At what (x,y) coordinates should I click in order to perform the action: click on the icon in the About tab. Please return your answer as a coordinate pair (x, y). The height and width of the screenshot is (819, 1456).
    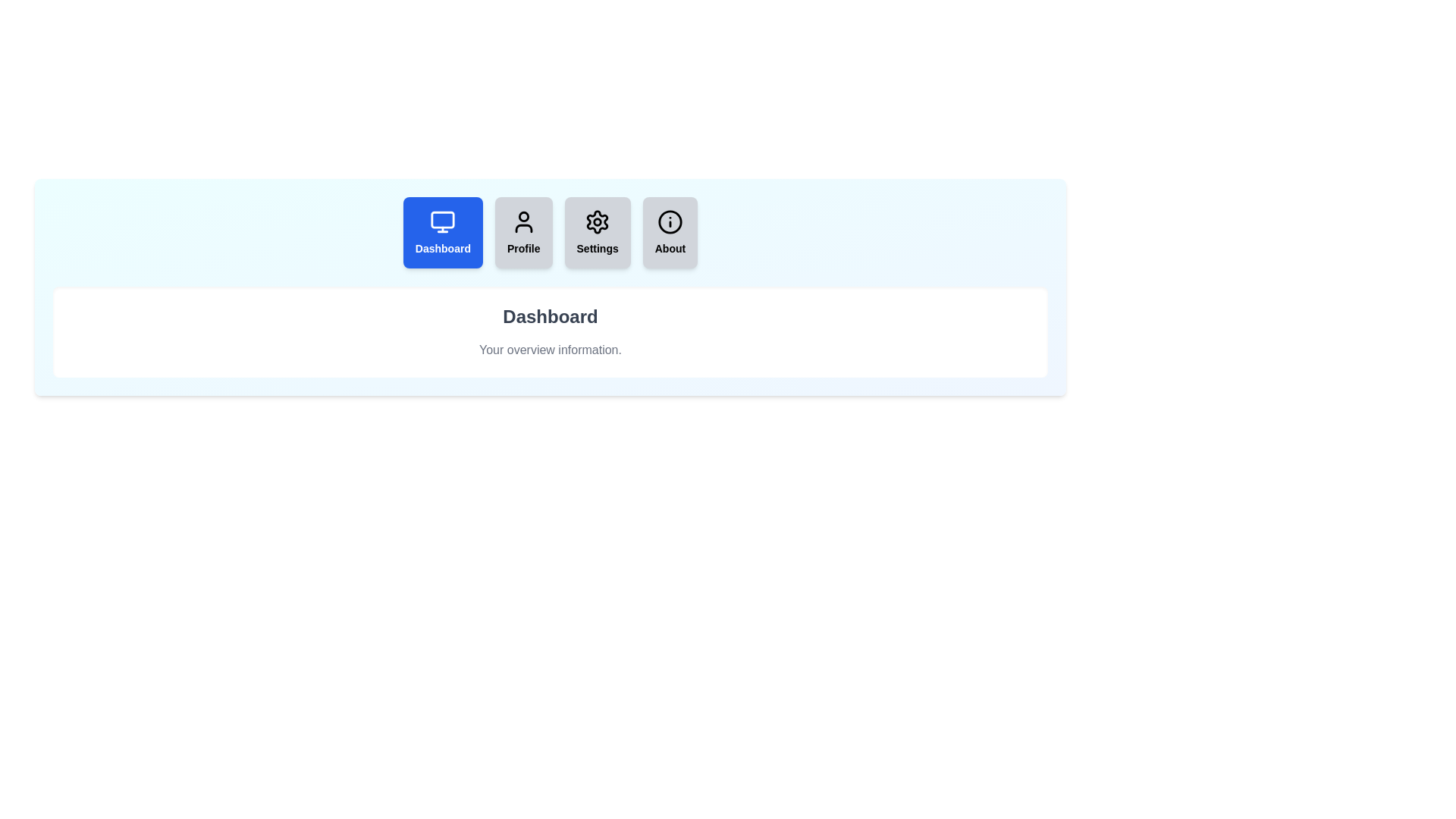
    Looking at the image, I should click on (669, 222).